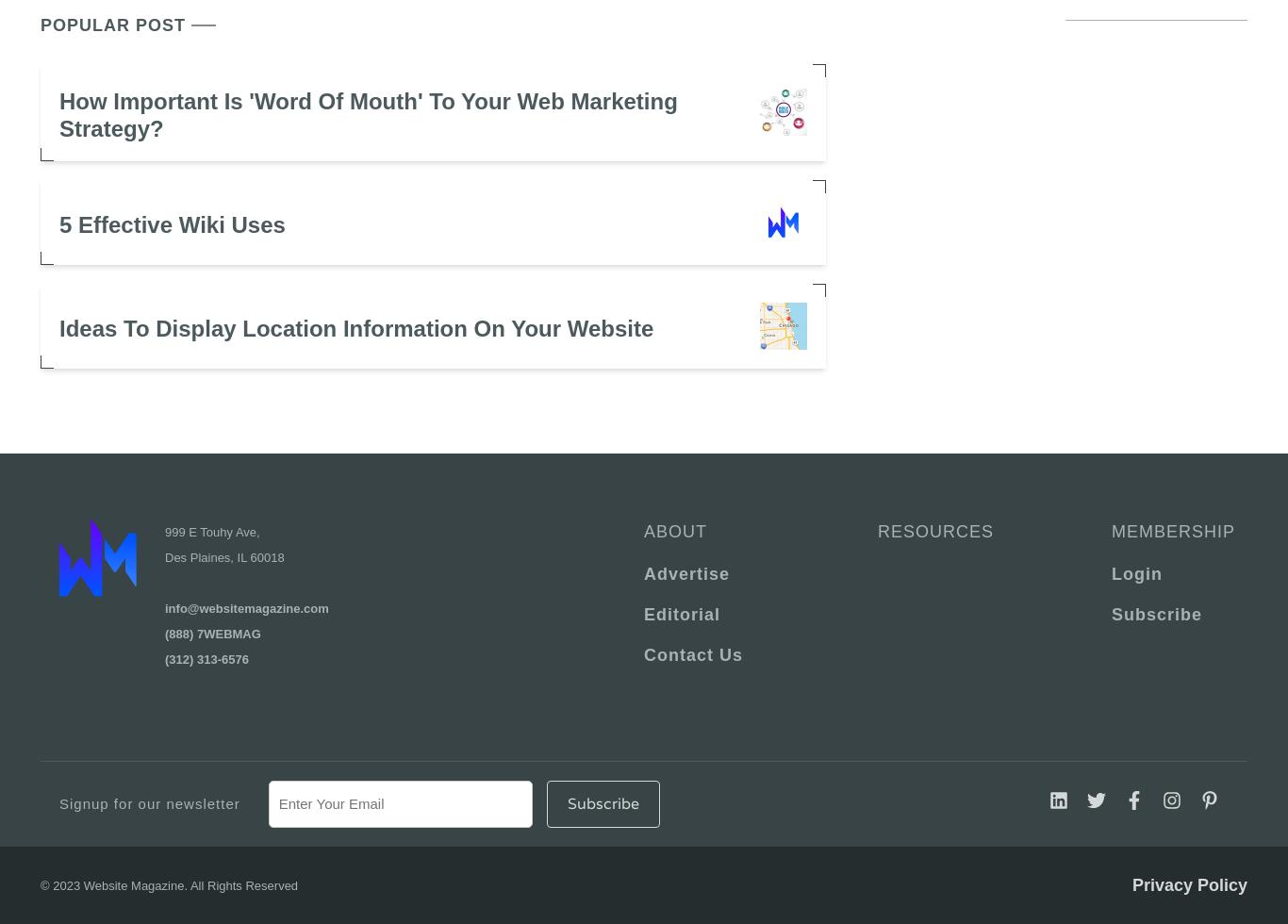 This screenshot has height=924, width=1288. I want to click on '5 Effective Wiki Uses', so click(171, 223).